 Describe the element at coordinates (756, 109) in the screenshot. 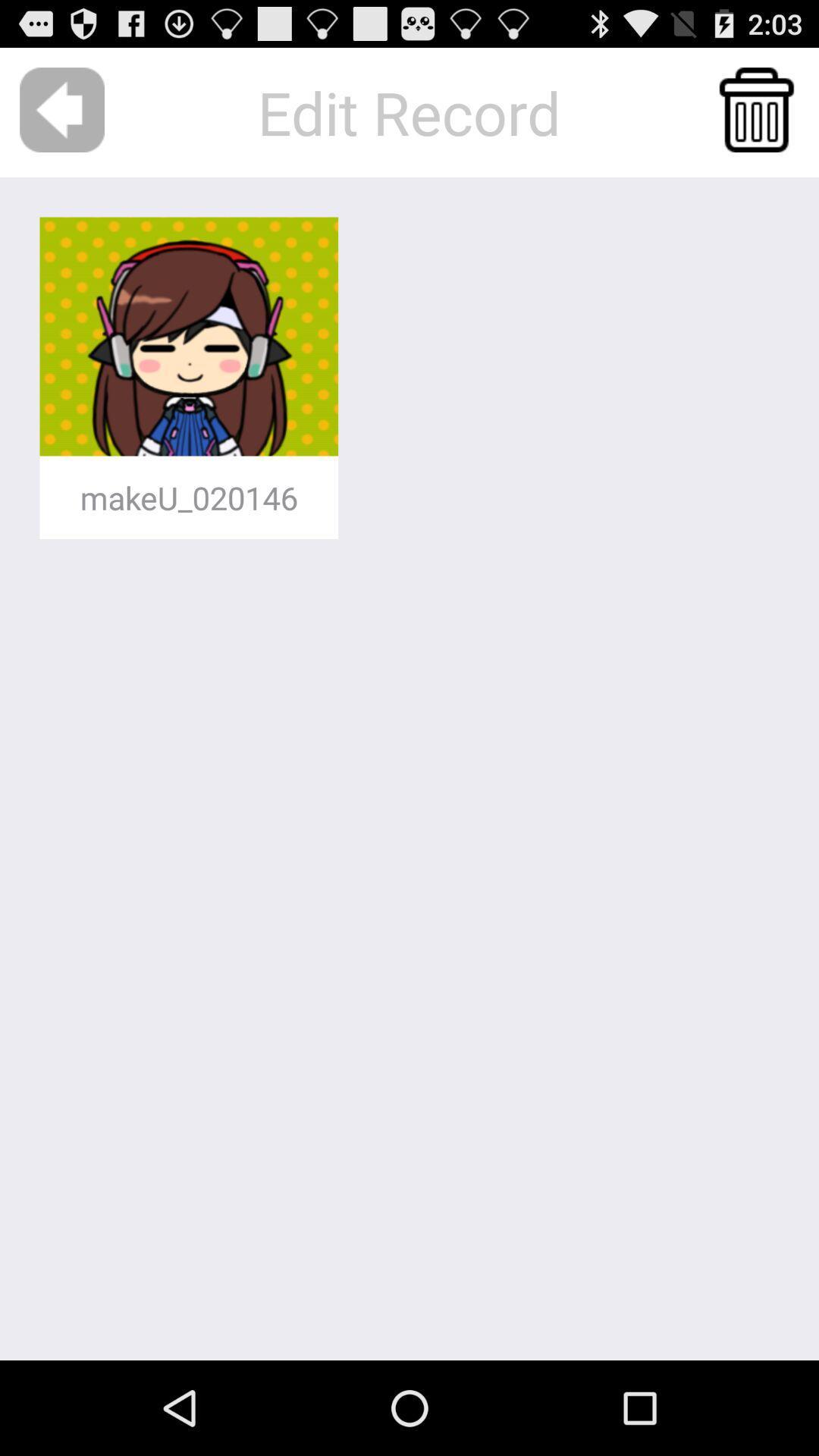

I see `app next to the edit record app` at that location.